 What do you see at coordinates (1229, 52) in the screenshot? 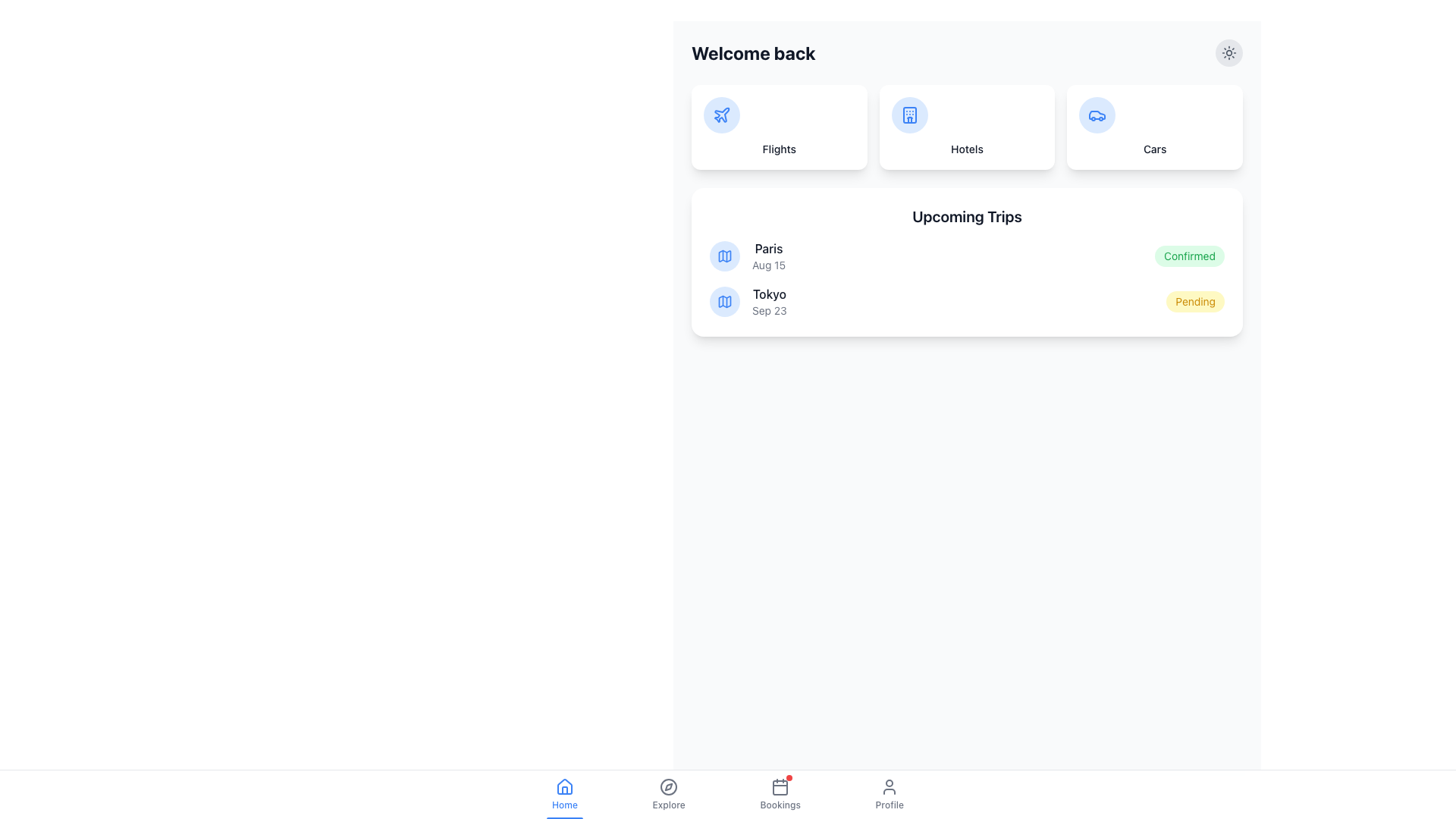
I see `the sun-like icon located at the top right corner of the main interface` at bounding box center [1229, 52].